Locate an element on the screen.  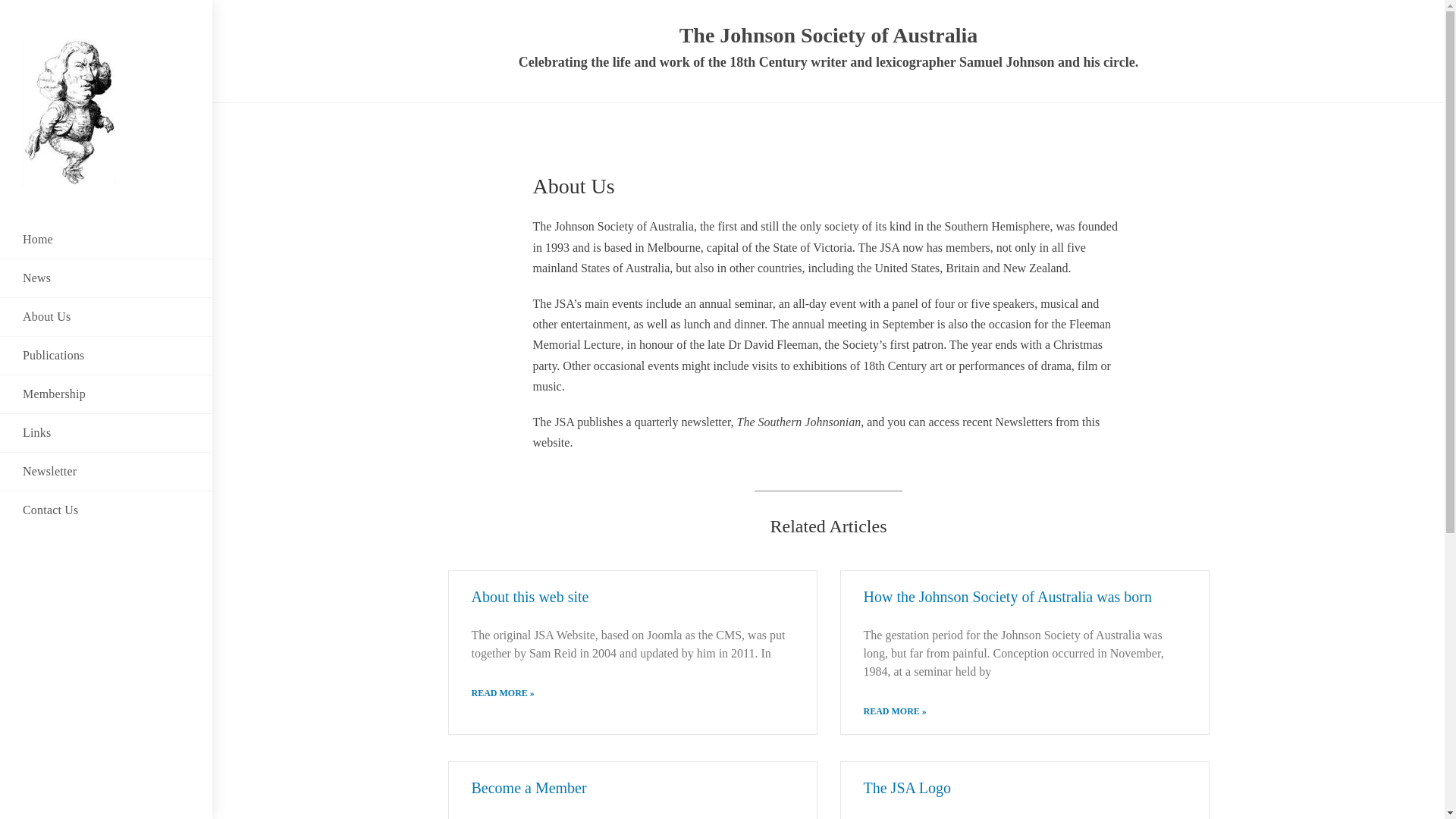
'Publications' is located at coordinates (105, 356).